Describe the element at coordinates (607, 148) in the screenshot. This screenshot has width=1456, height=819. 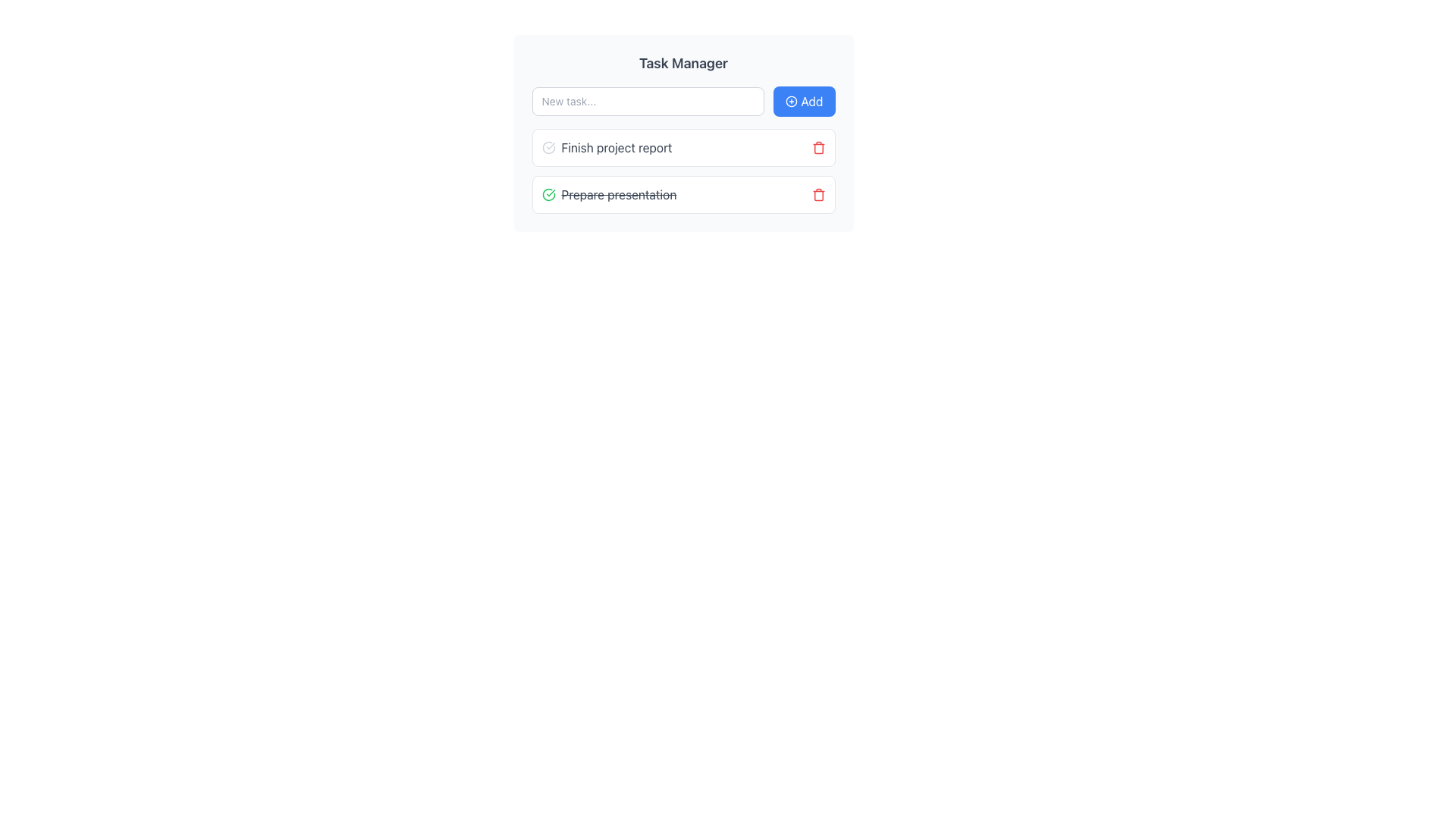
I see `the task name label in the task manager interface, which is the first item in a vertical list under the 'Task Manager' header` at that location.